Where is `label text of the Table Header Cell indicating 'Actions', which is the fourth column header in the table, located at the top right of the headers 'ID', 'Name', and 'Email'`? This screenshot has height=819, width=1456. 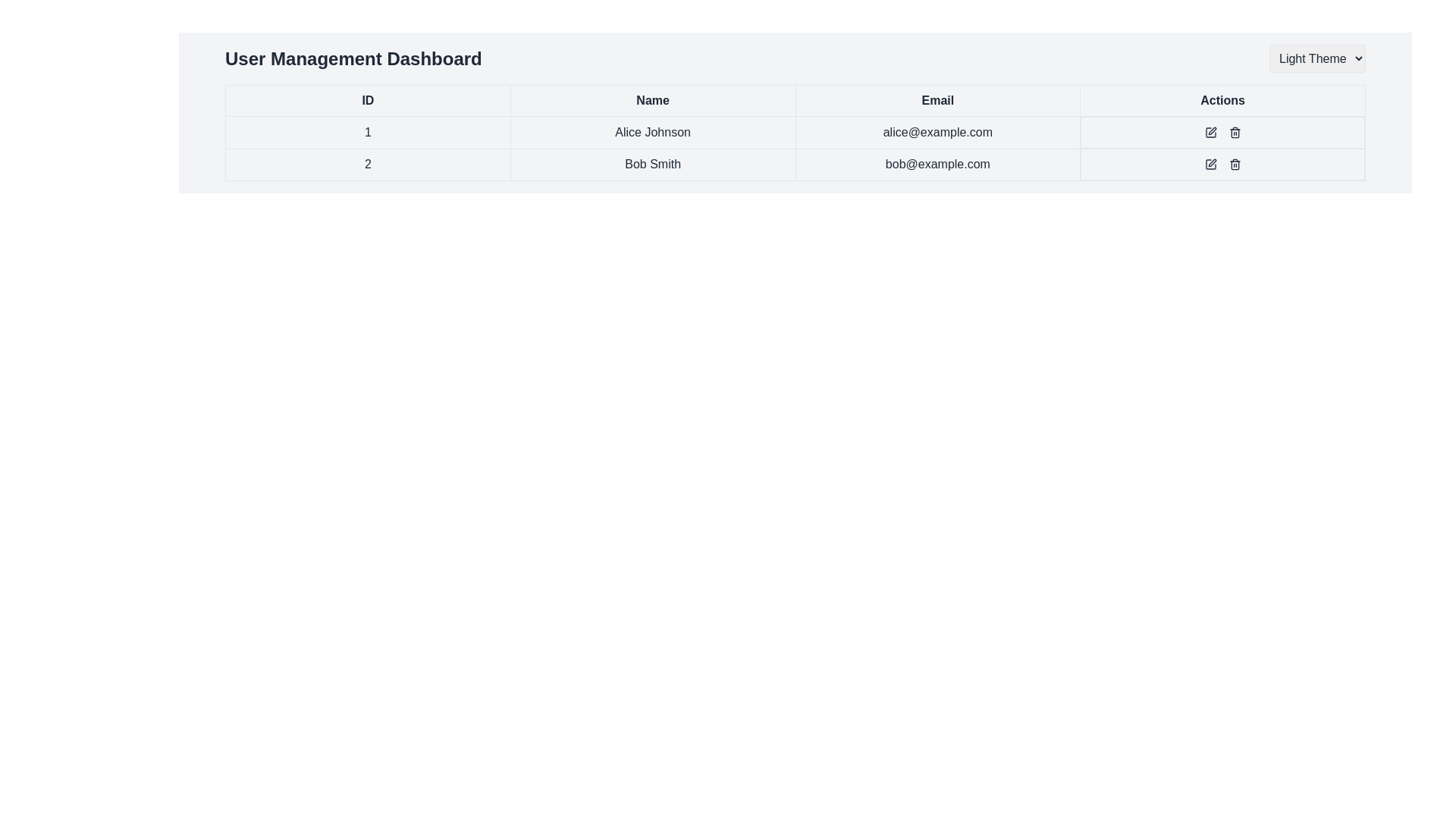
label text of the Table Header Cell indicating 'Actions', which is the fourth column header in the table, located at the top right of the headers 'ID', 'Name', and 'Email' is located at coordinates (1222, 100).